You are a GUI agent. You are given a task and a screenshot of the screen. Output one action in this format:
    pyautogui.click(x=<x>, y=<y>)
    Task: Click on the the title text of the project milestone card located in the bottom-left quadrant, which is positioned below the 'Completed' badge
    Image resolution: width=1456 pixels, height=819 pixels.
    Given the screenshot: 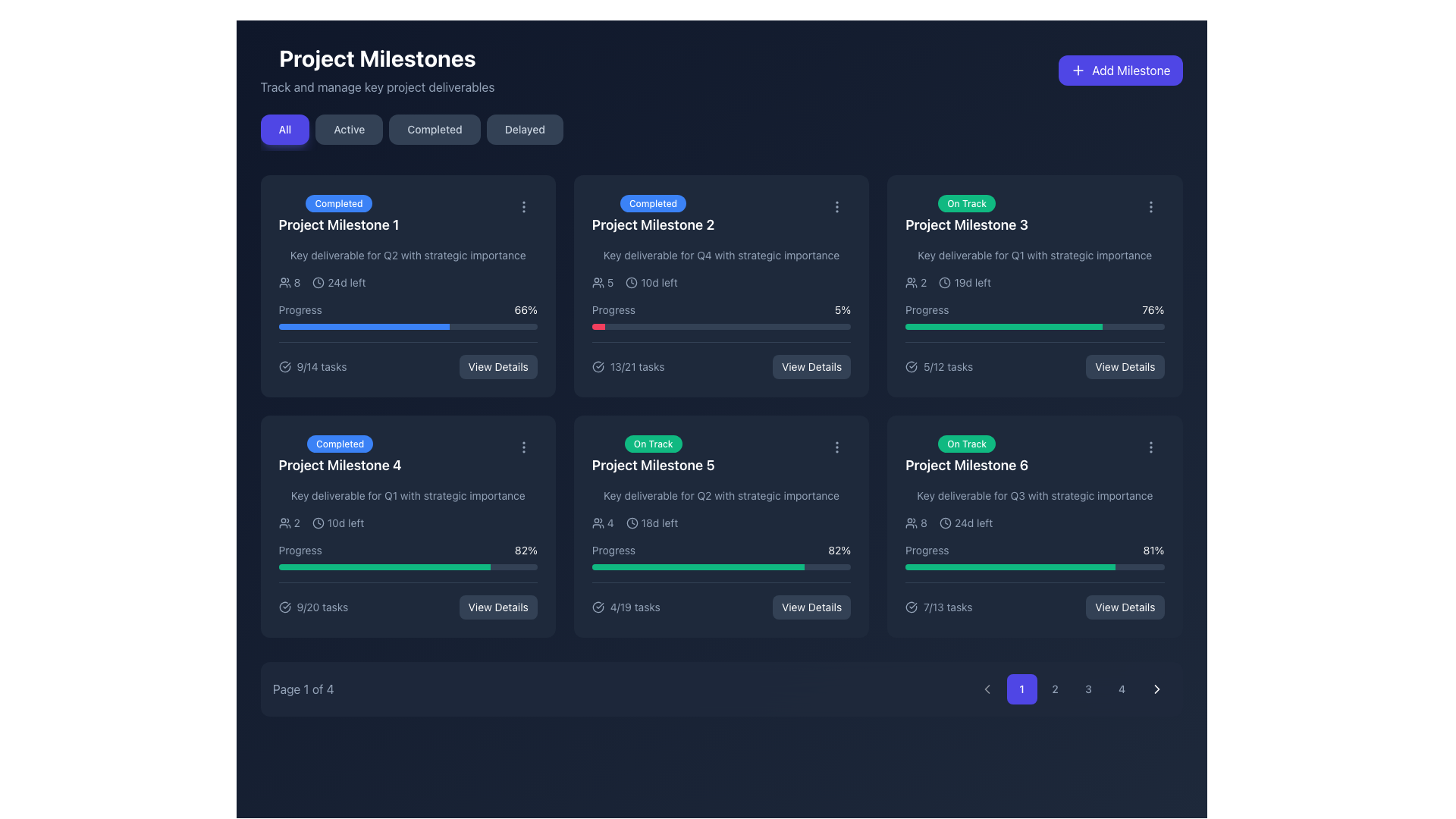 What is the action you would take?
    pyautogui.click(x=339, y=464)
    